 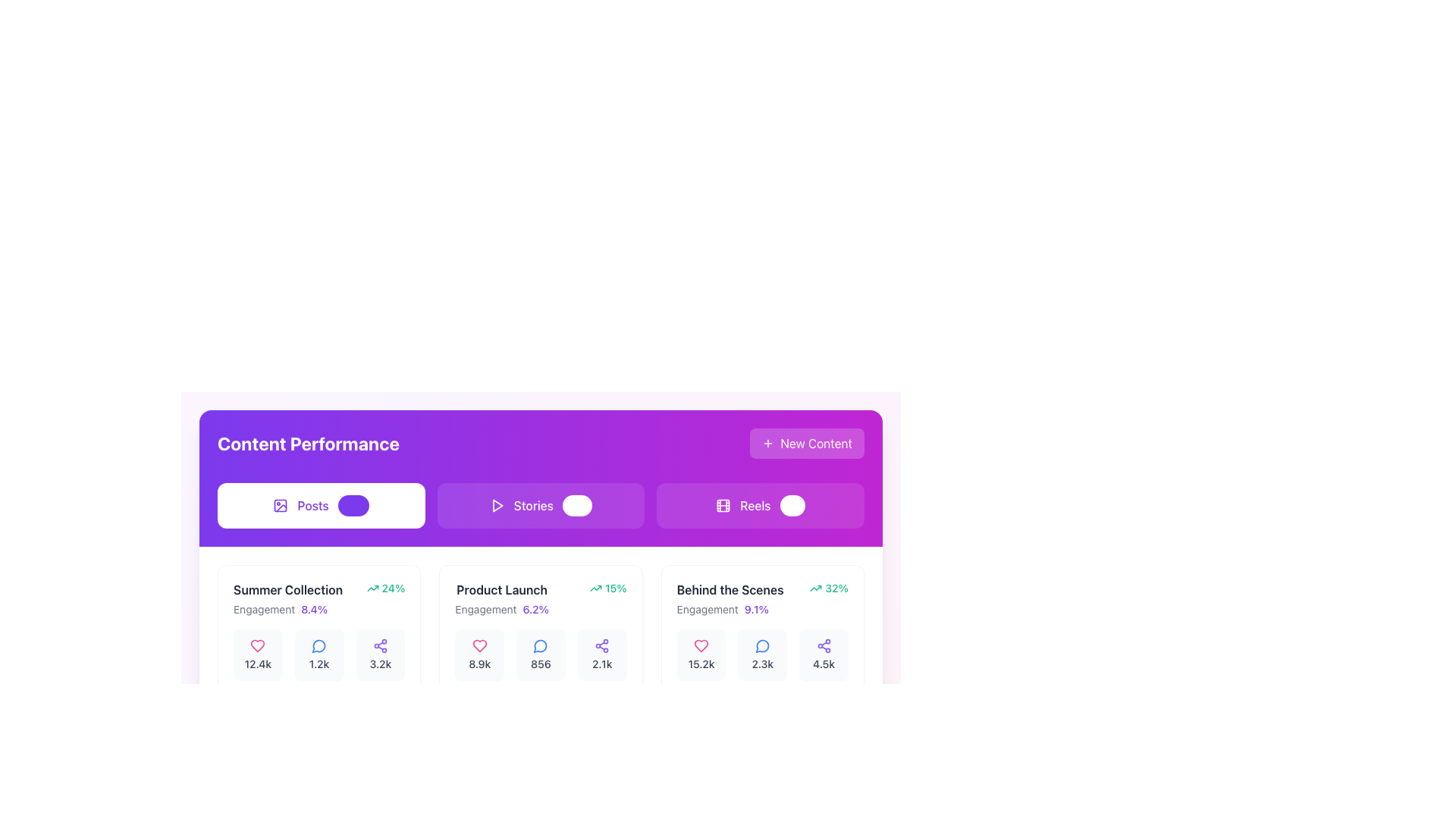 I want to click on the text label indicating a 32% value associated with the 'Behind the Scenes' content, positioned to the right of the trending-up arrow icon, so click(x=836, y=587).